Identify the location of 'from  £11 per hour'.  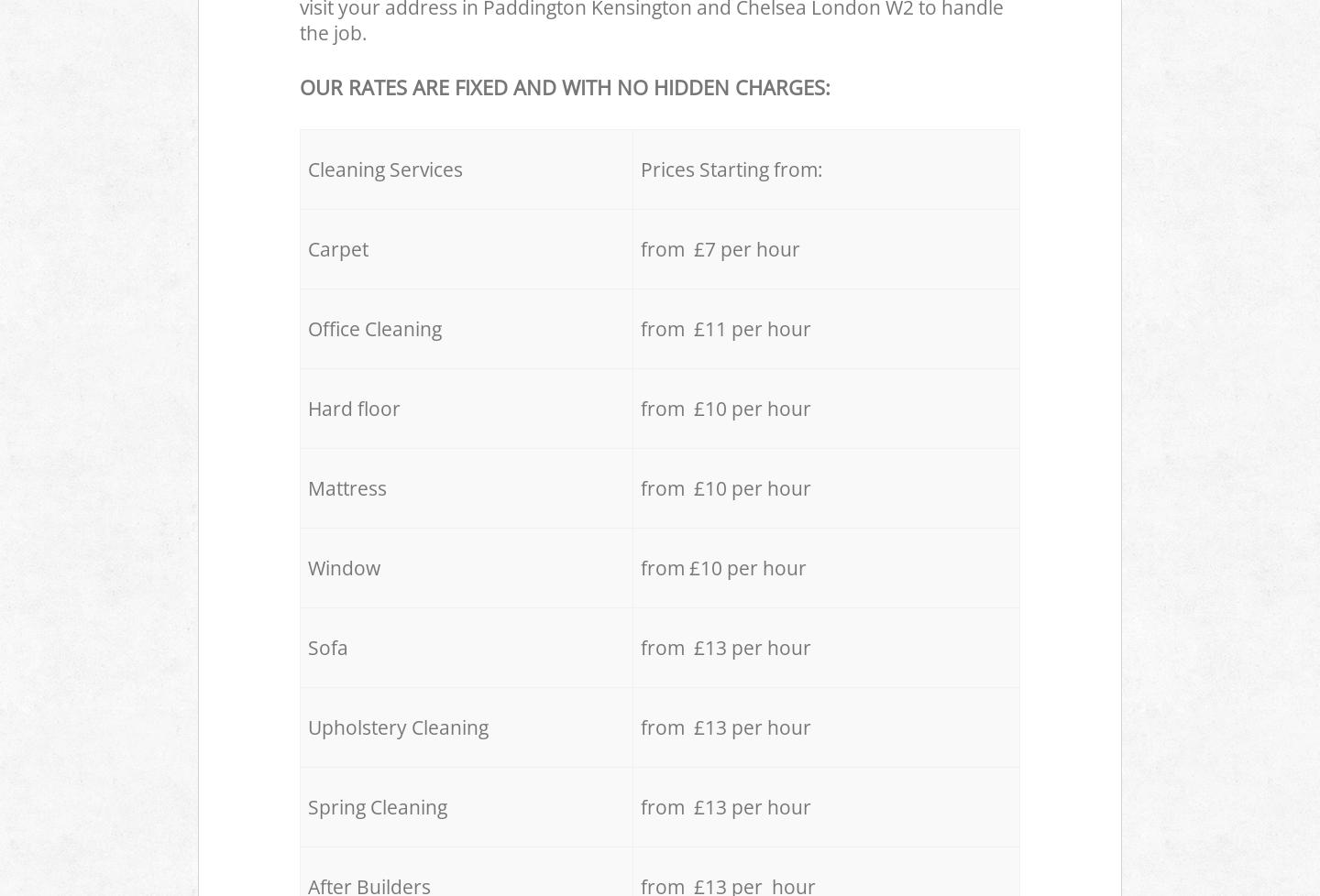
(726, 327).